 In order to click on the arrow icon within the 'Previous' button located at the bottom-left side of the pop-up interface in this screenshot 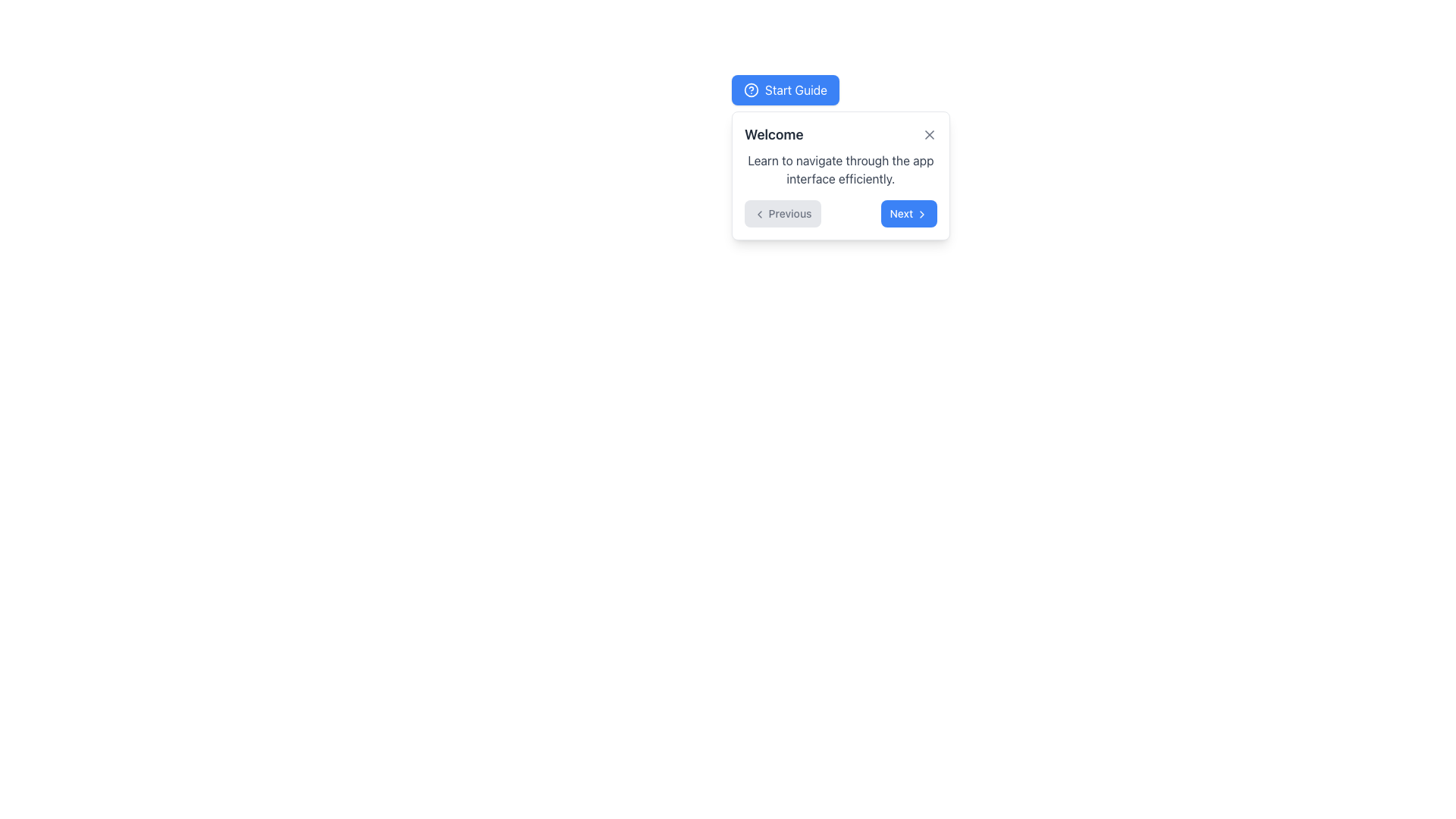, I will do `click(759, 215)`.